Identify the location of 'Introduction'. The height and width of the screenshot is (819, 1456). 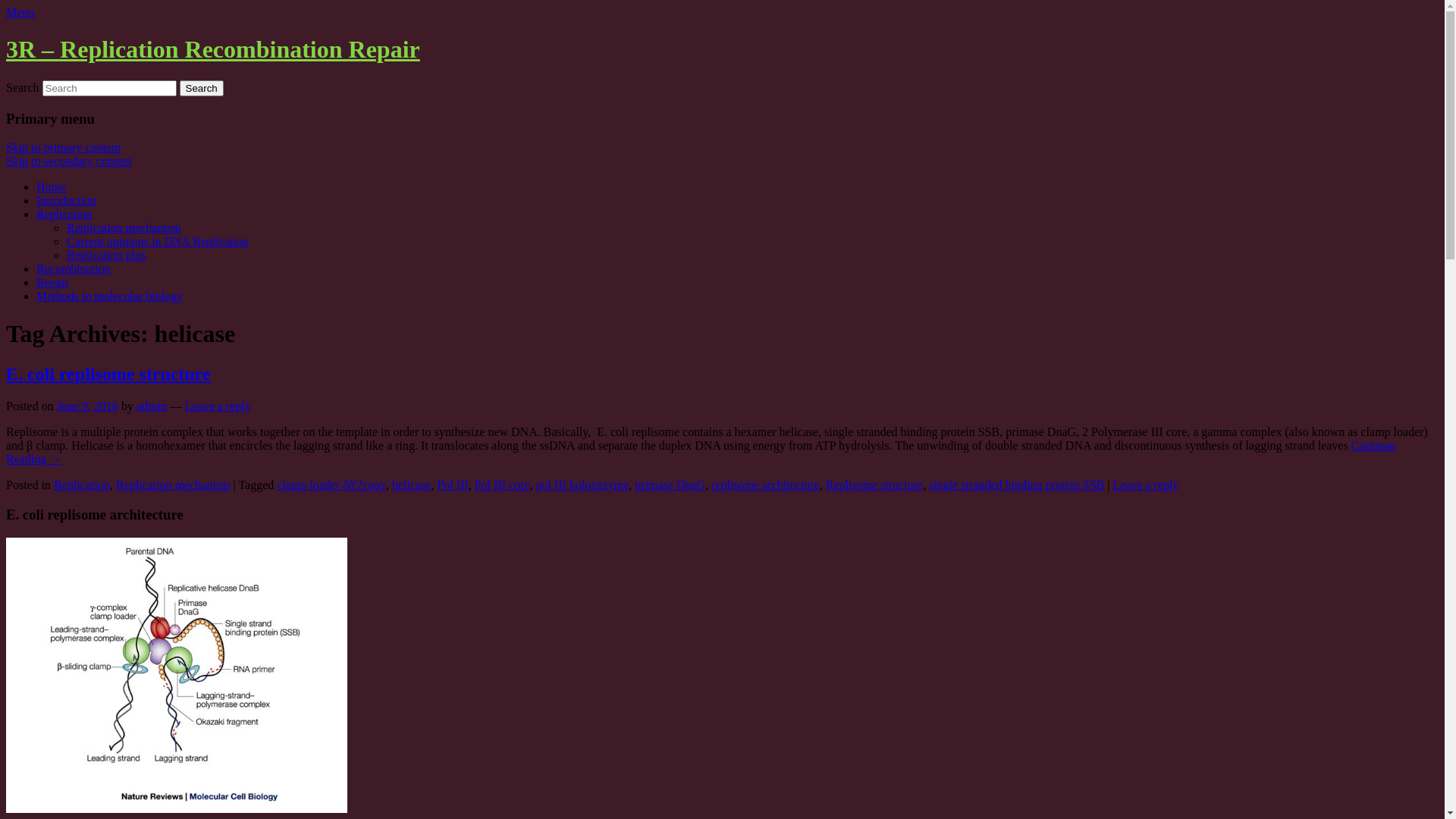
(65, 199).